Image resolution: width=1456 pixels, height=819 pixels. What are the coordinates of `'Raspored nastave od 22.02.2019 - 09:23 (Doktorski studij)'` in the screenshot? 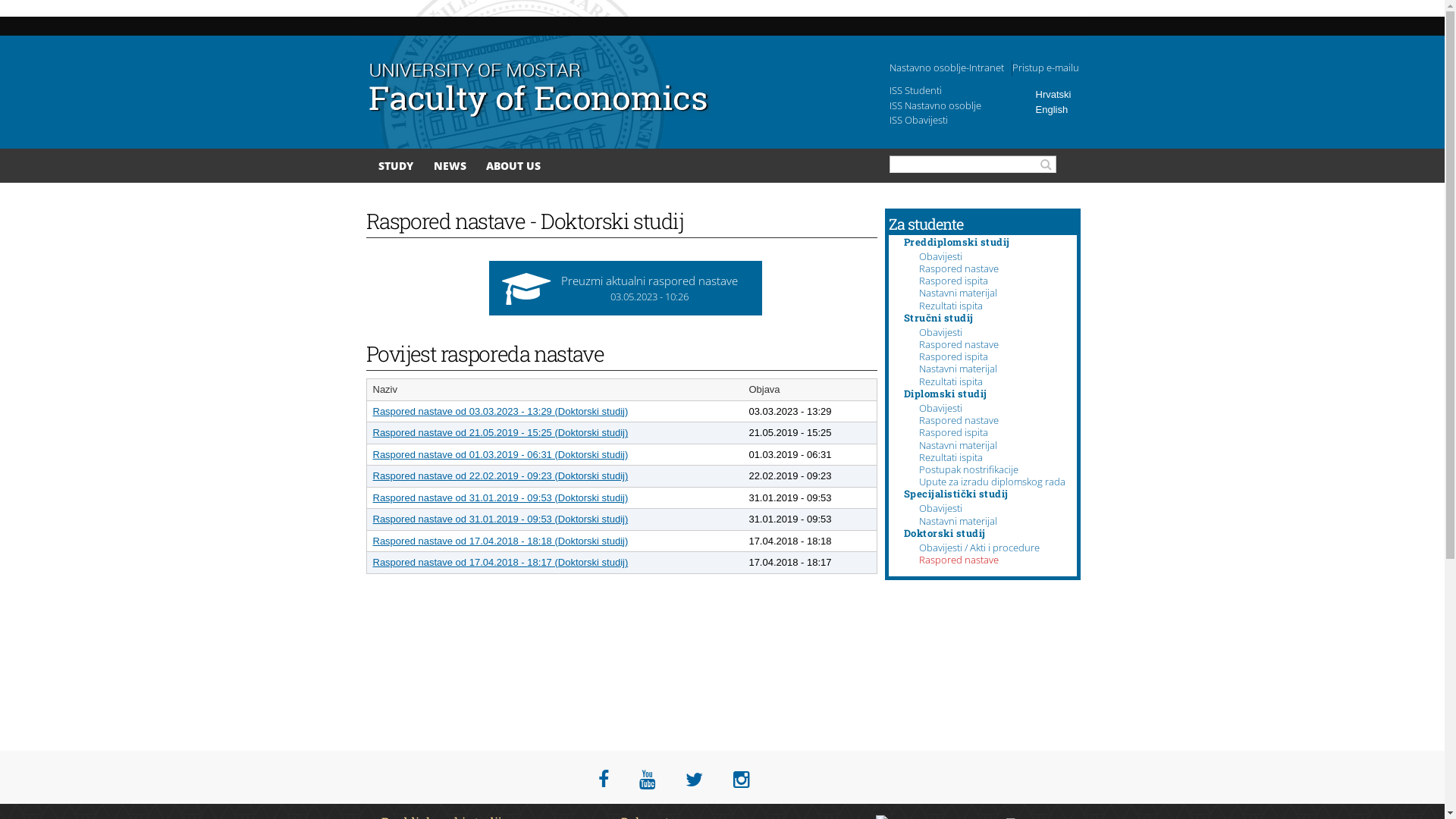 It's located at (500, 475).